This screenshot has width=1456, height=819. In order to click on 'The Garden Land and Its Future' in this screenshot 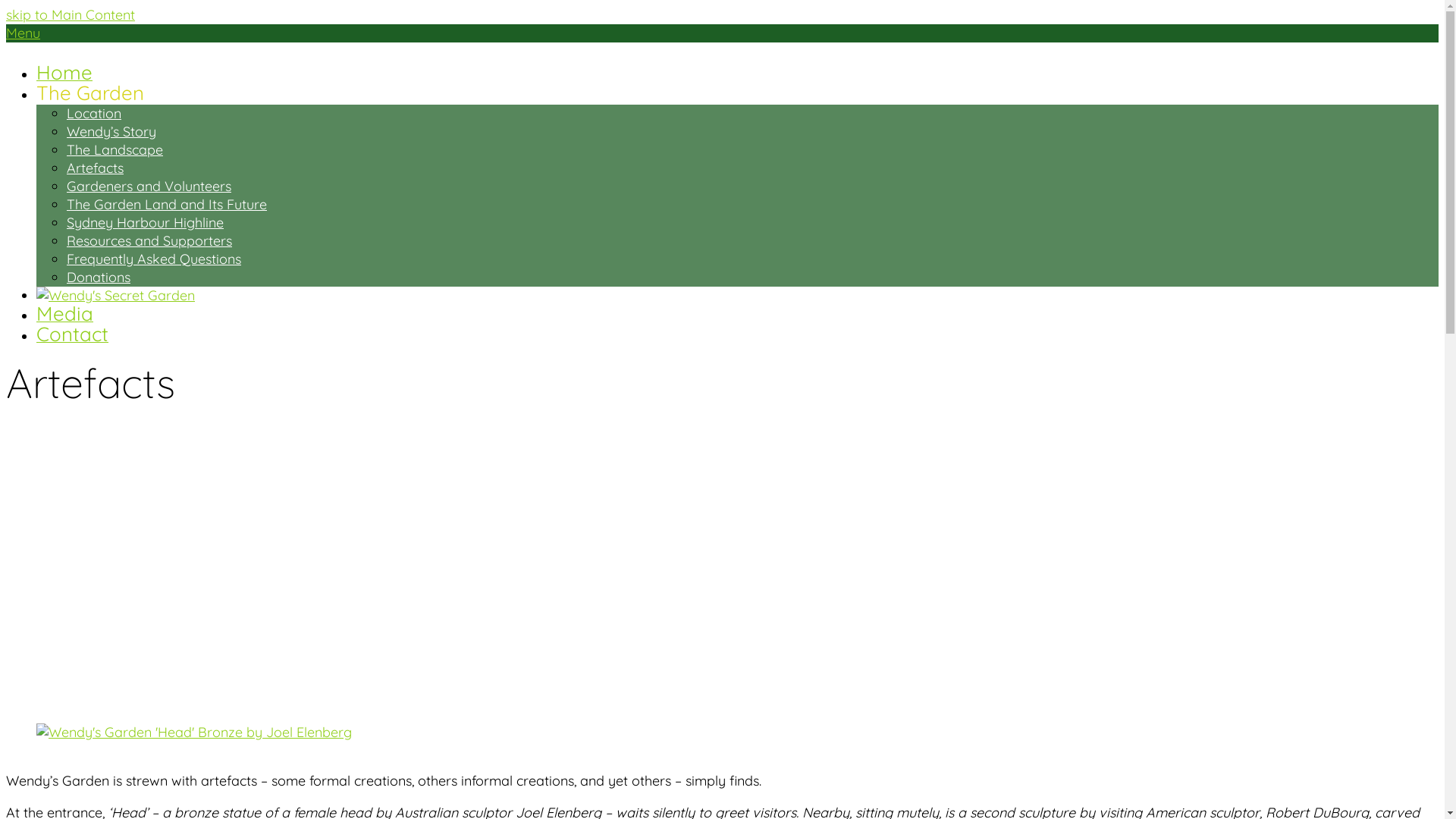, I will do `click(167, 203)`.